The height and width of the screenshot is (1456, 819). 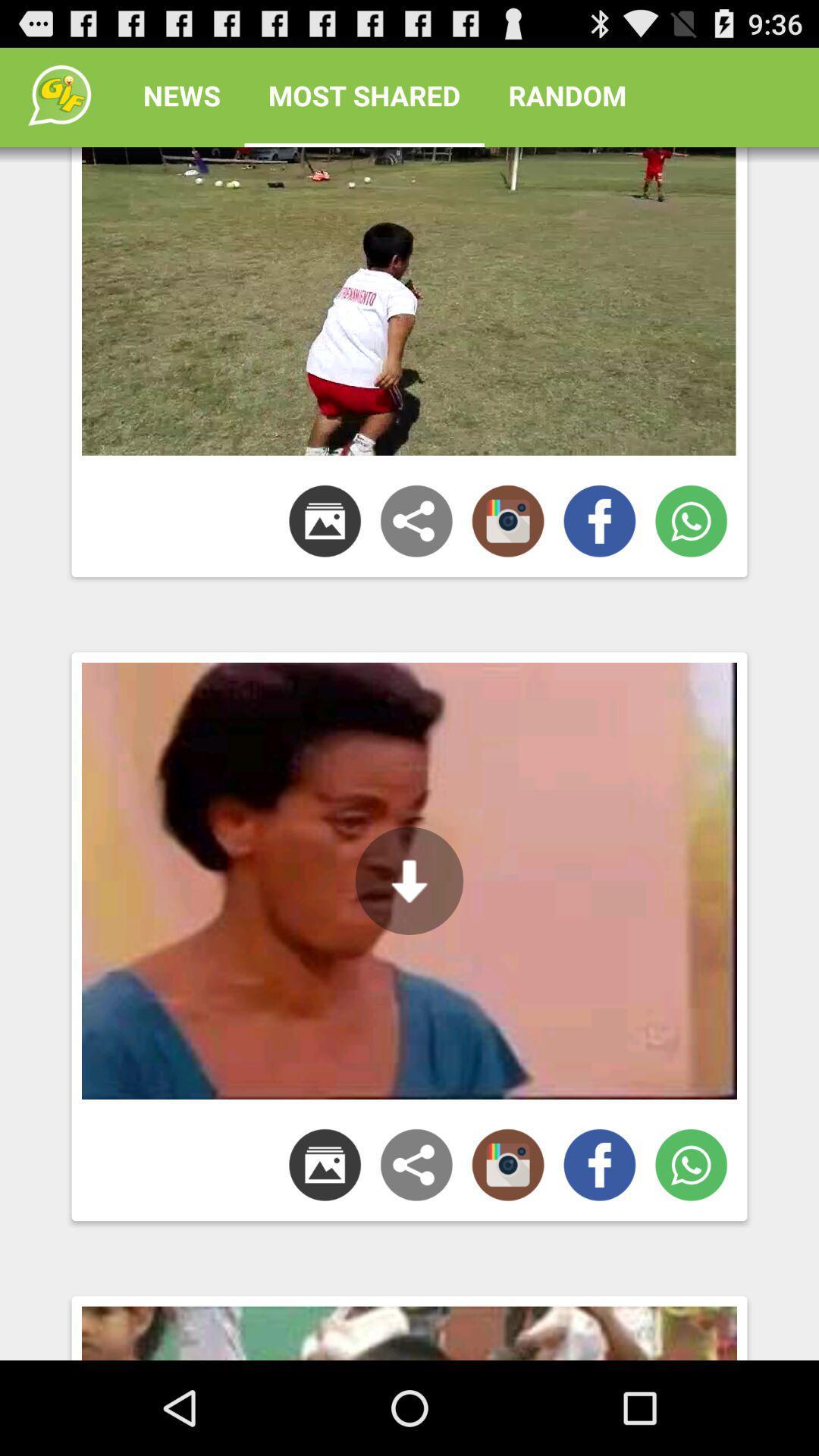 I want to click on the download icon shown on the second image from the top, so click(x=409, y=880).